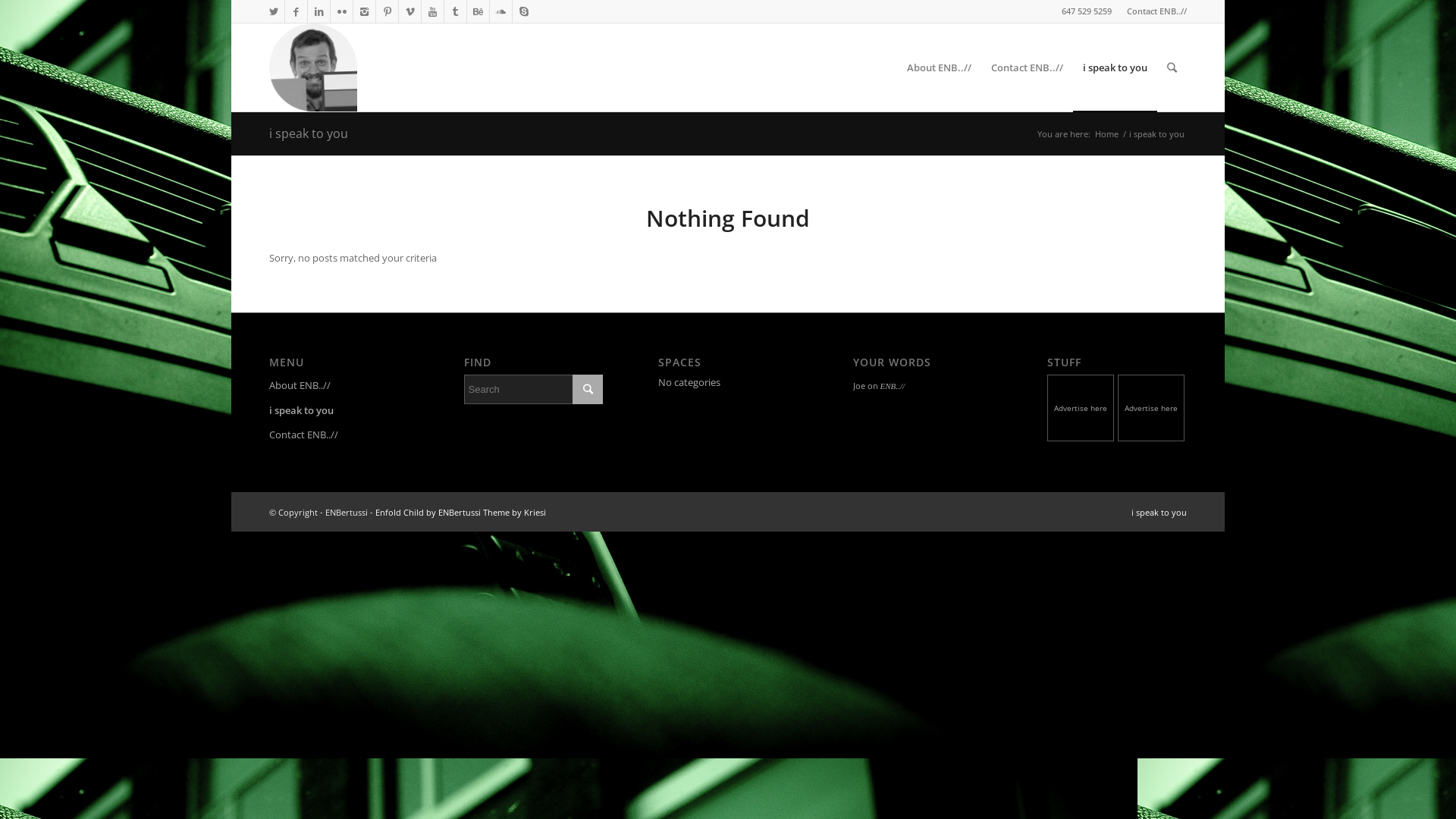  What do you see at coordinates (308, 133) in the screenshot?
I see `'i speak to you'` at bounding box center [308, 133].